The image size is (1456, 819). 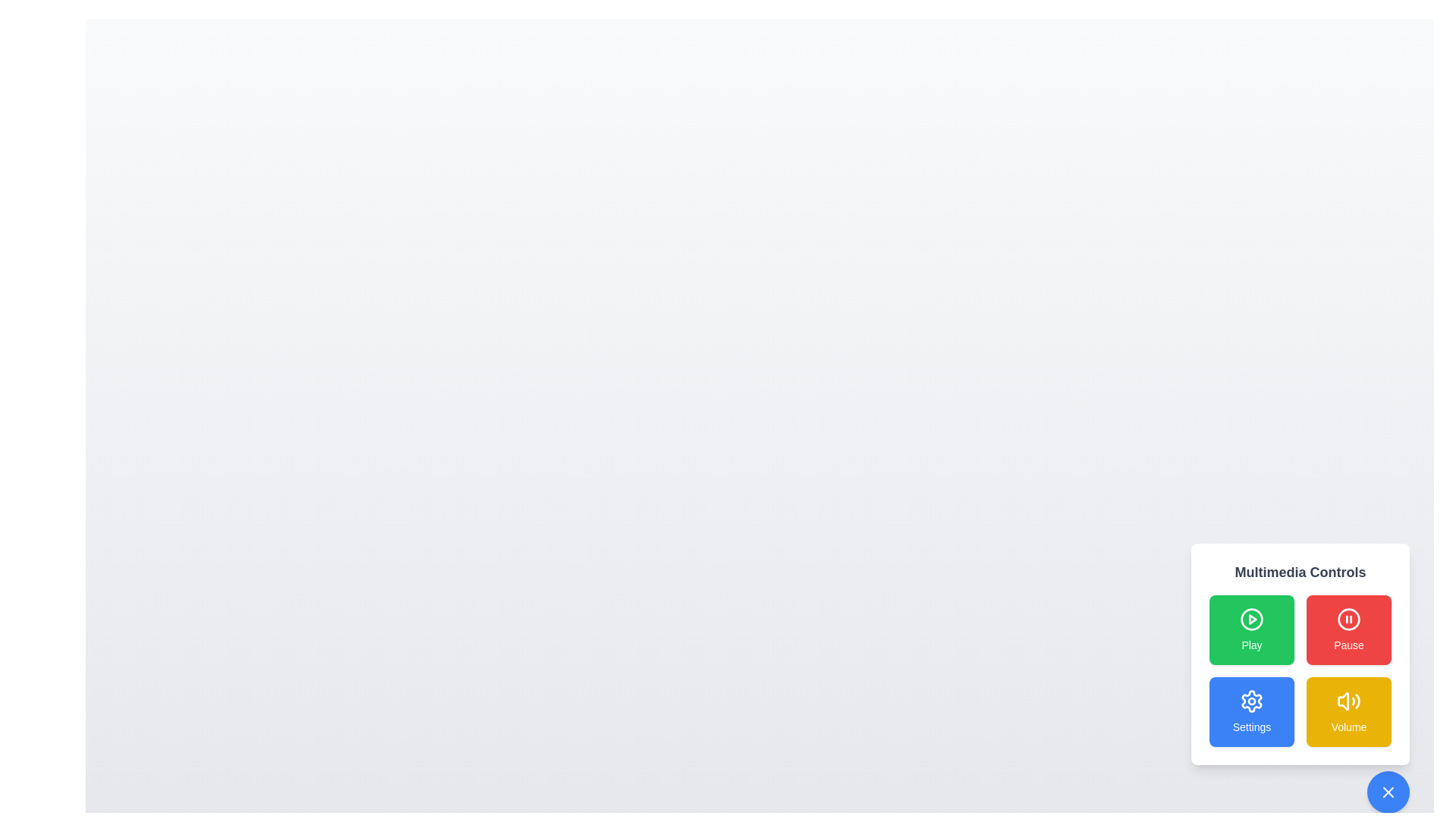 I want to click on the 'Pause' icon located at the top-right side of the multimedia controls panel, which visually signifies the 'Pause' functionality, so click(x=1349, y=620).